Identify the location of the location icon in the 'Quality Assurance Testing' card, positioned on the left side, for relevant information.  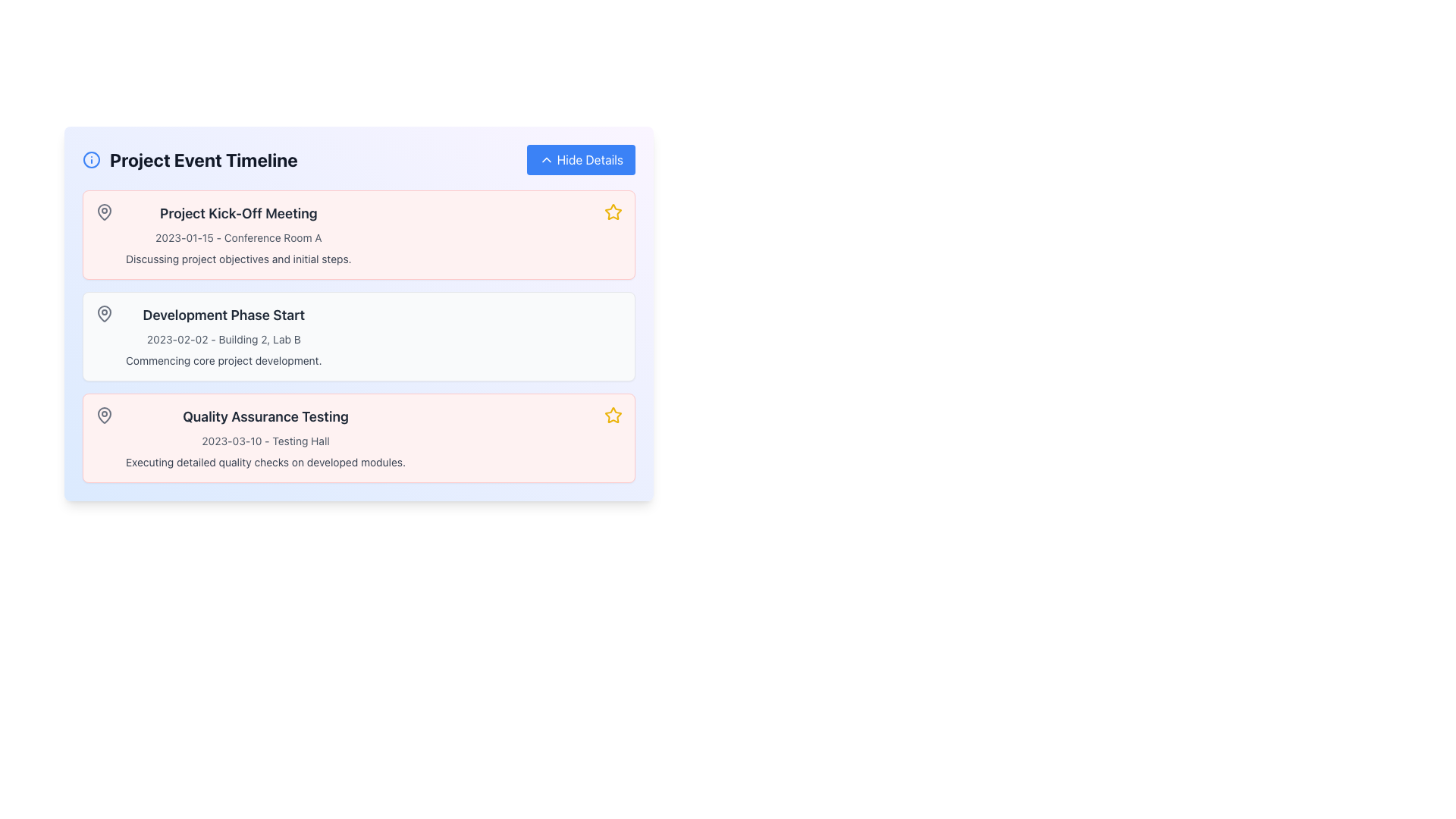
(104, 415).